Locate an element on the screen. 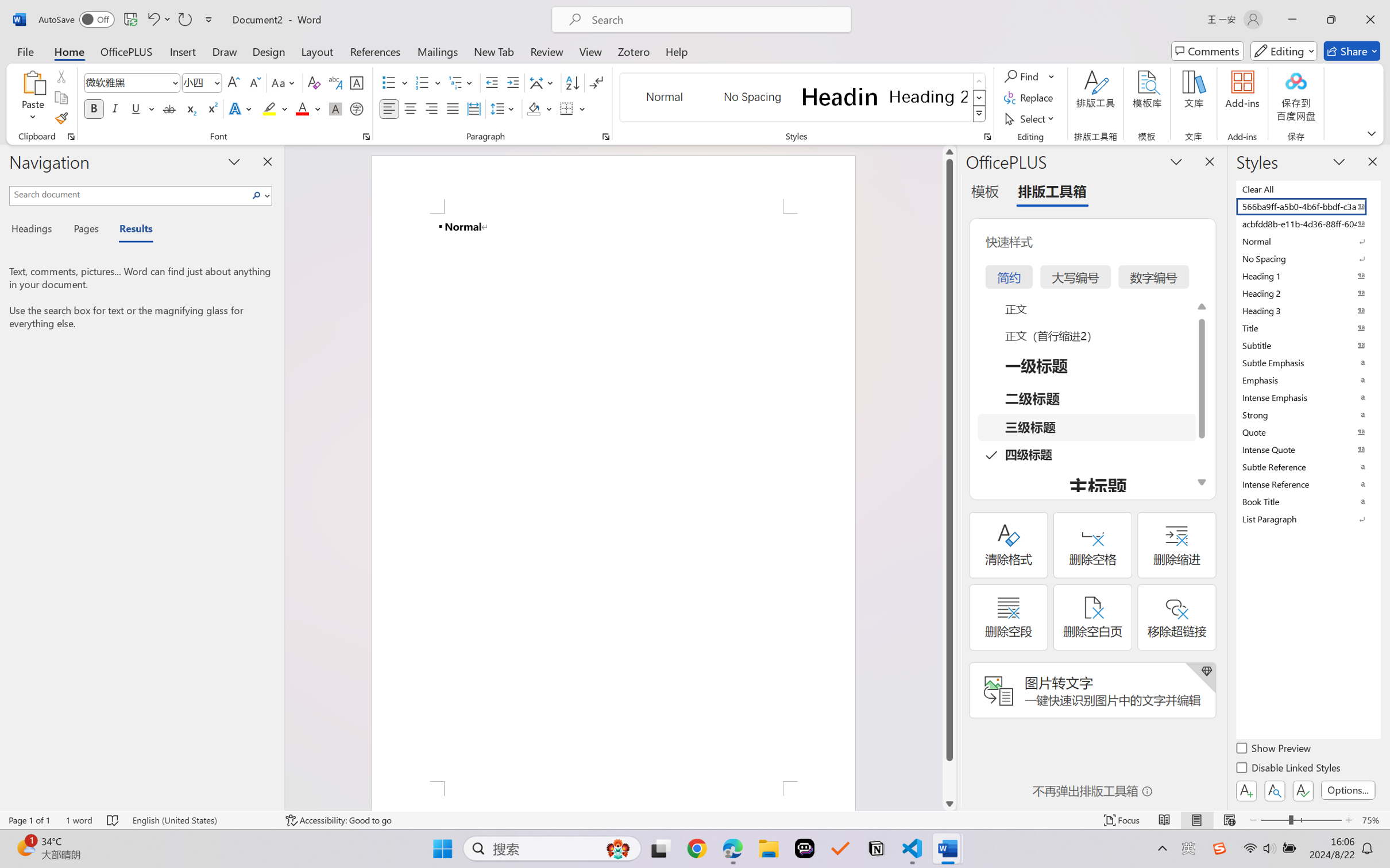 This screenshot has width=1390, height=868. 'Layout' is located at coordinates (316, 51).